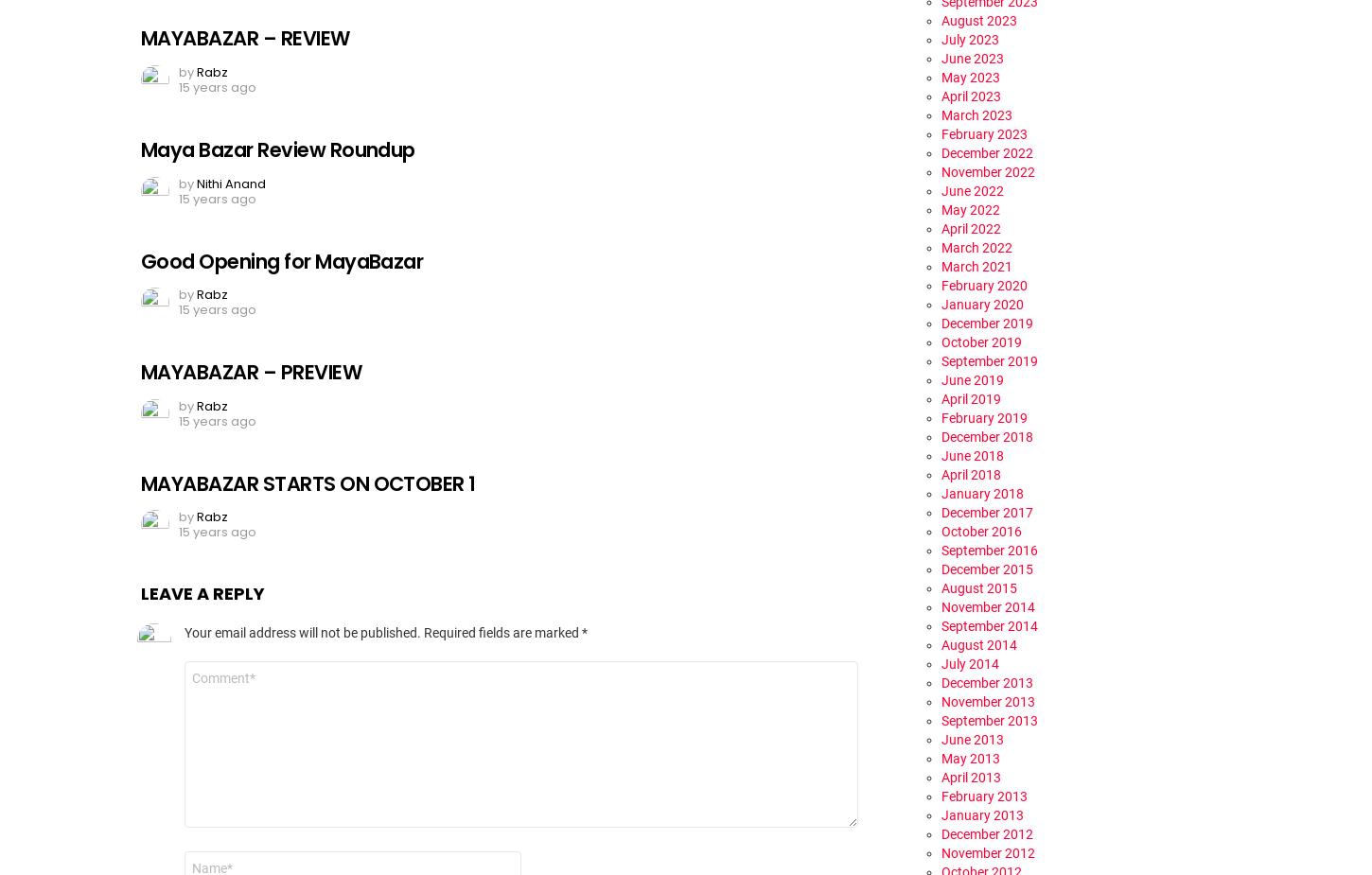 The height and width of the screenshot is (875, 1372). I want to click on 'December 2013', so click(987, 682).